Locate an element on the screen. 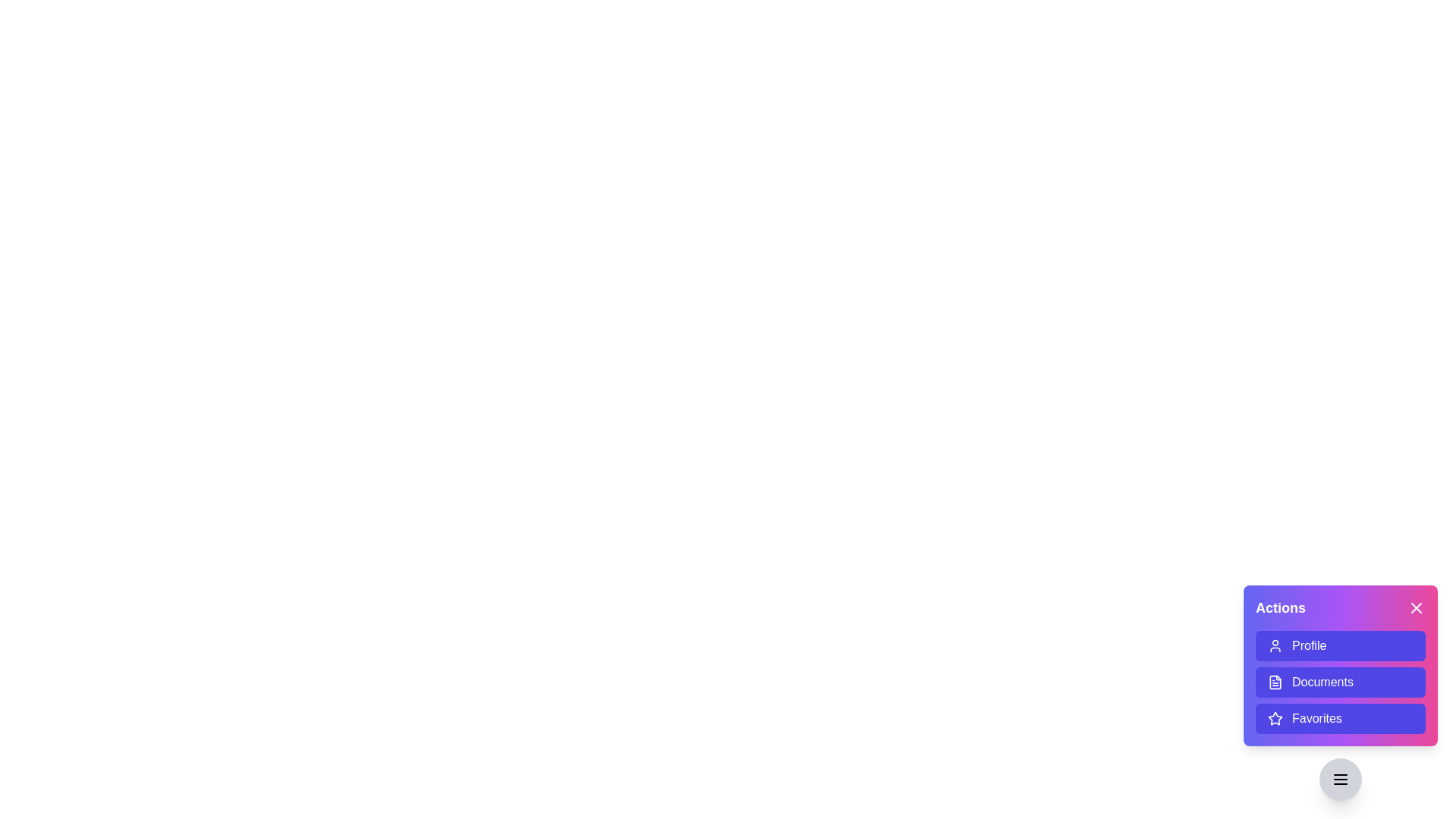 Image resolution: width=1456 pixels, height=819 pixels. the rectangular icon representing a file, which has a folded corner at the top-right and is outlined in blue, located next to the 'Documents' text in the action menu at the bottom-right of the application interface is located at coordinates (1274, 681).